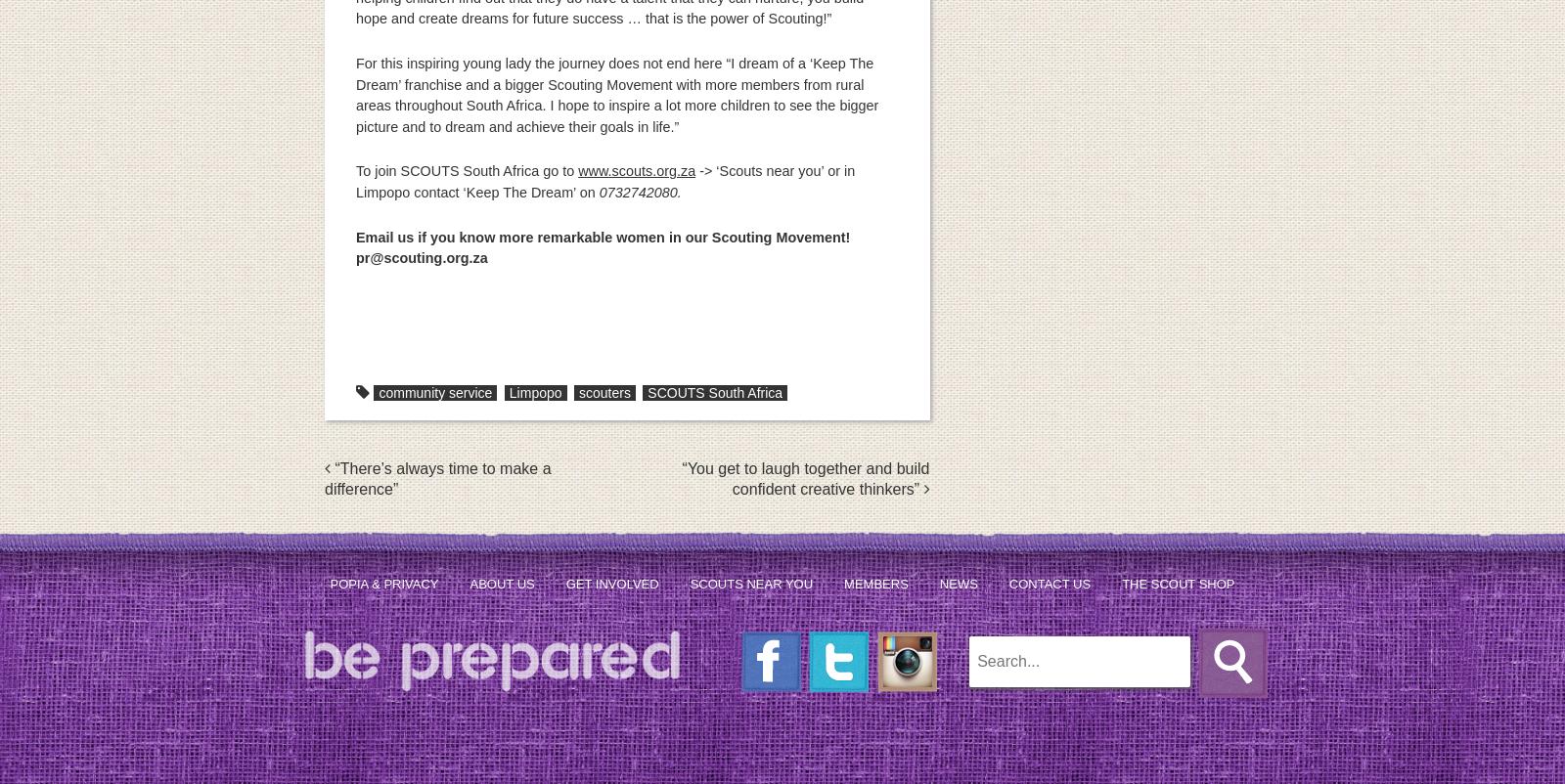 The width and height of the screenshot is (1565, 784). I want to click on 'Post navigation', so click(417, 476).